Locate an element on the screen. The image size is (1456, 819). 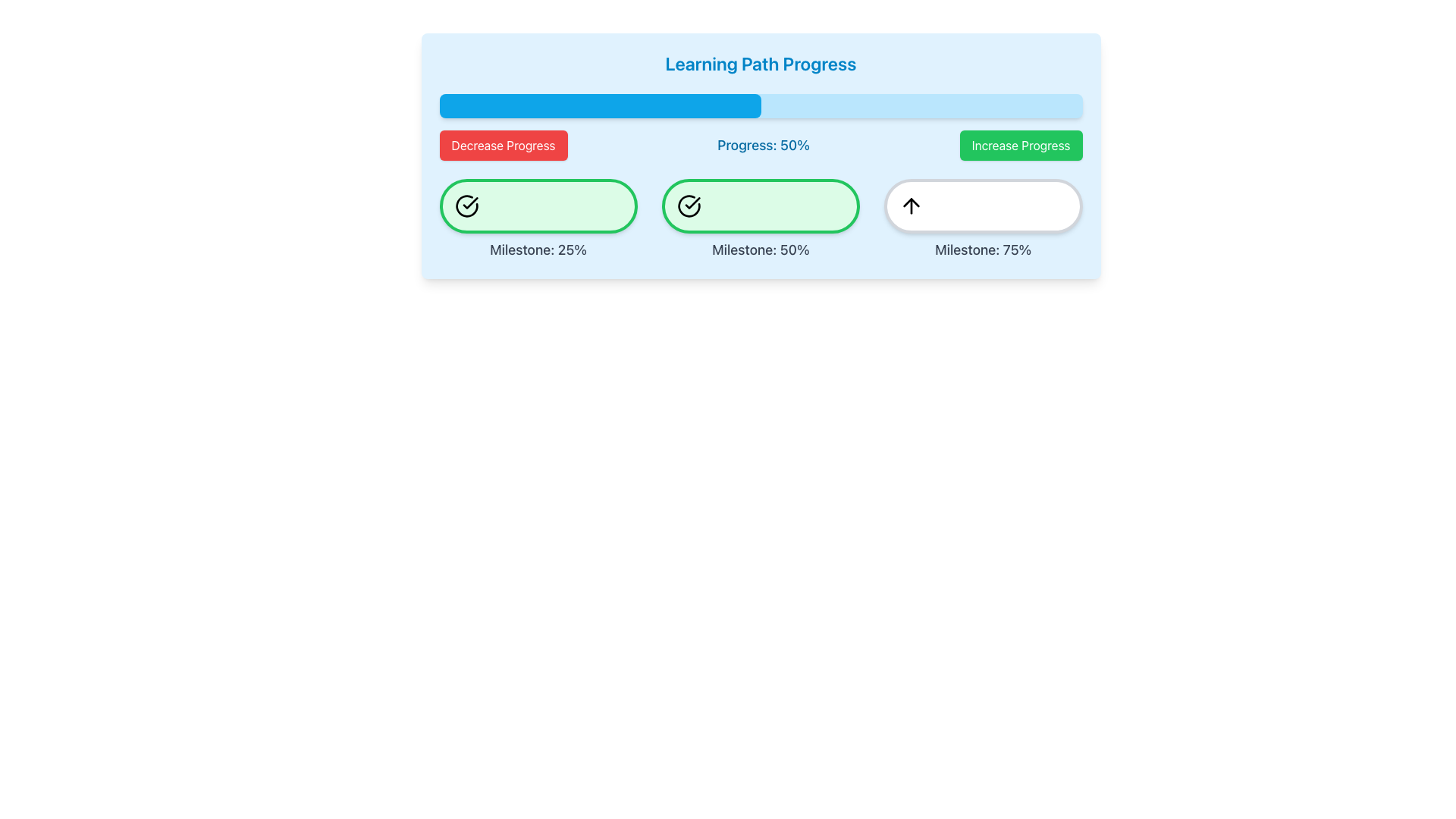
the 'Increase Progress' button, which is a green rectangular button with white text and a rounded border, located in the top-right portion of the interface is located at coordinates (1021, 146).